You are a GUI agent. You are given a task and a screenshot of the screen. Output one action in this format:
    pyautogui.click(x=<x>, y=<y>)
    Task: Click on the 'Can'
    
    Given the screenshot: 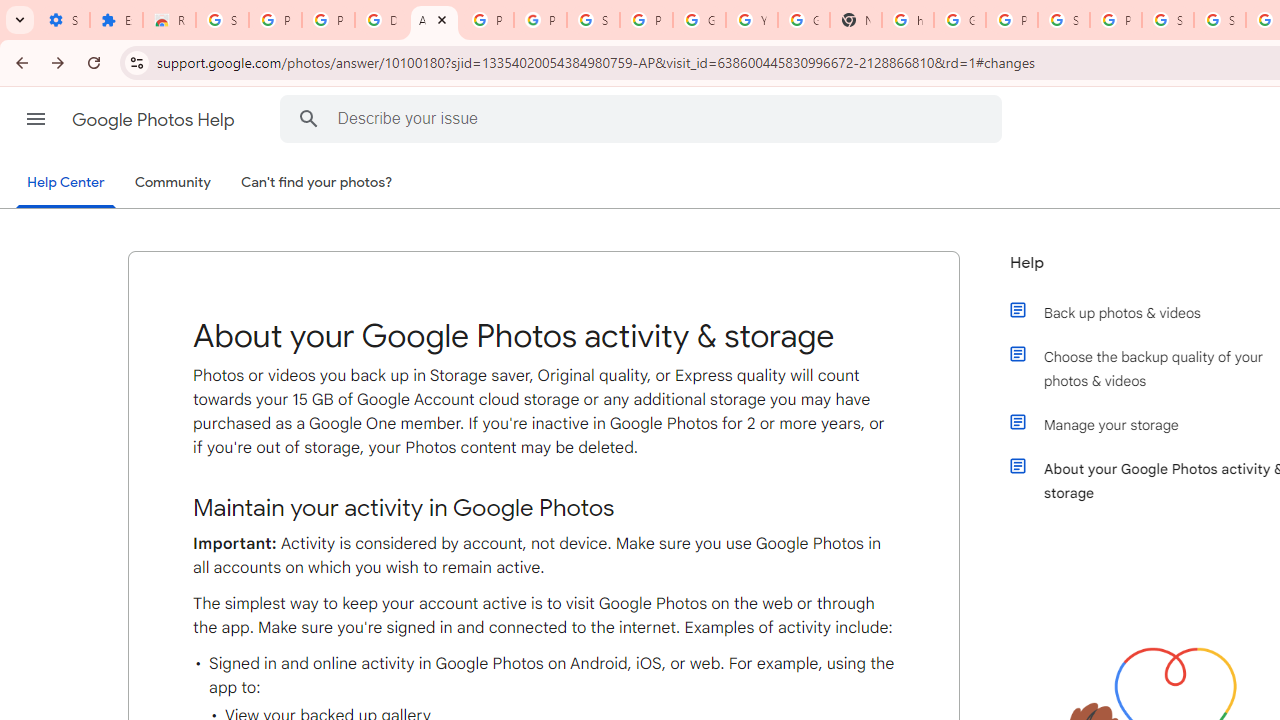 What is the action you would take?
    pyautogui.click(x=316, y=183)
    